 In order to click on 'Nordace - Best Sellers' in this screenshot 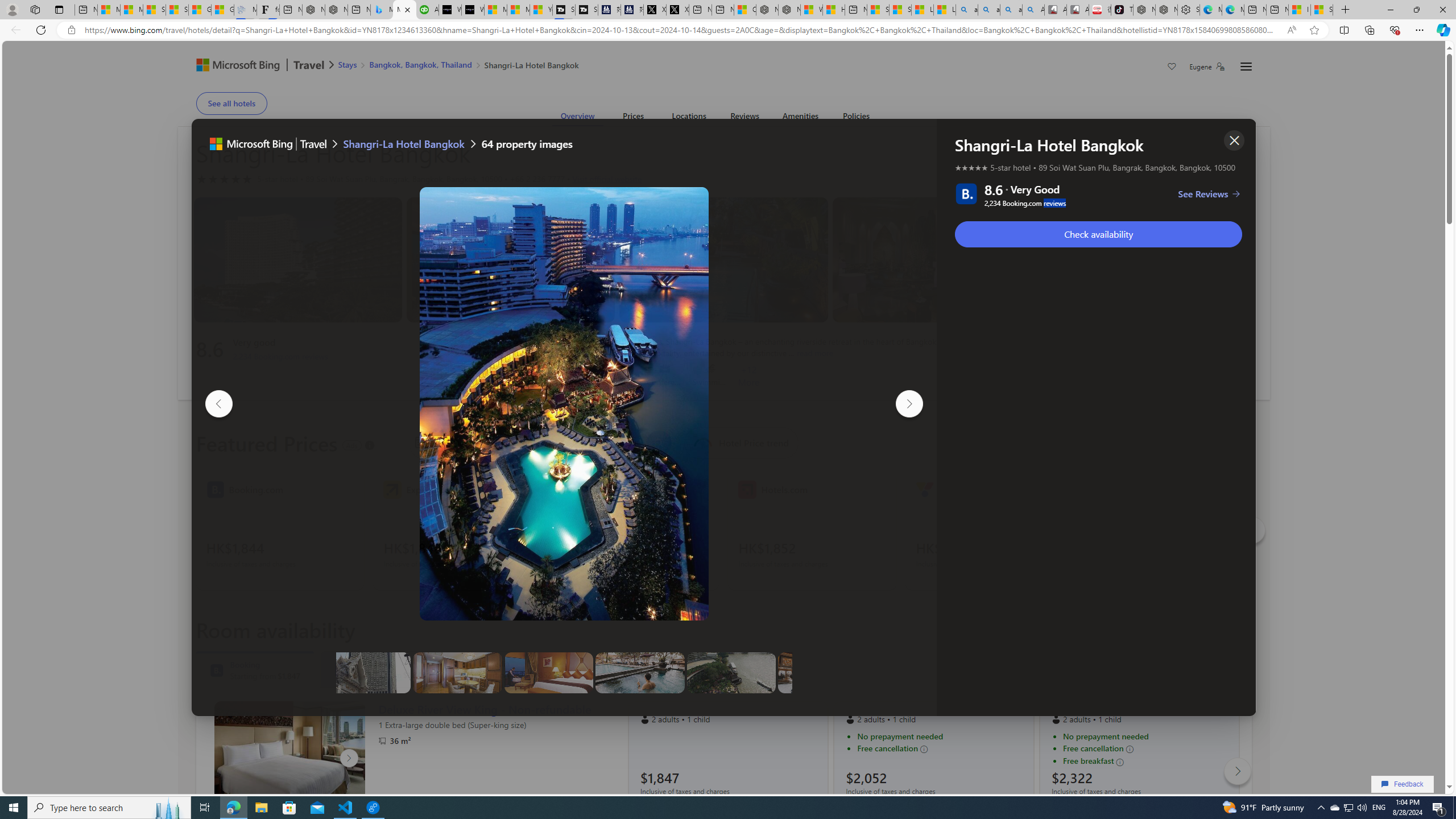, I will do `click(1144, 9)`.